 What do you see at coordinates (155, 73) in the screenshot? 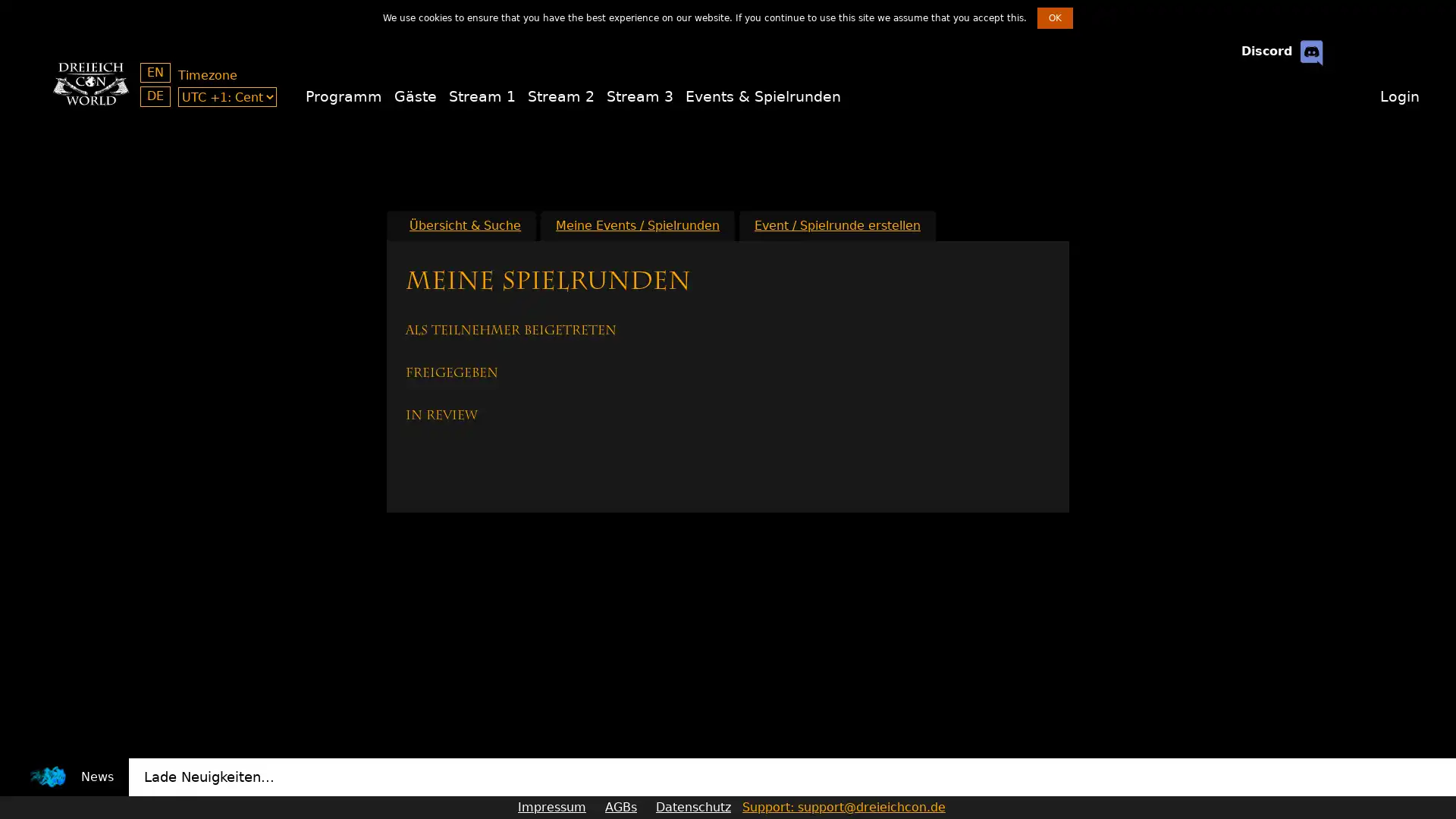
I see `EN` at bounding box center [155, 73].